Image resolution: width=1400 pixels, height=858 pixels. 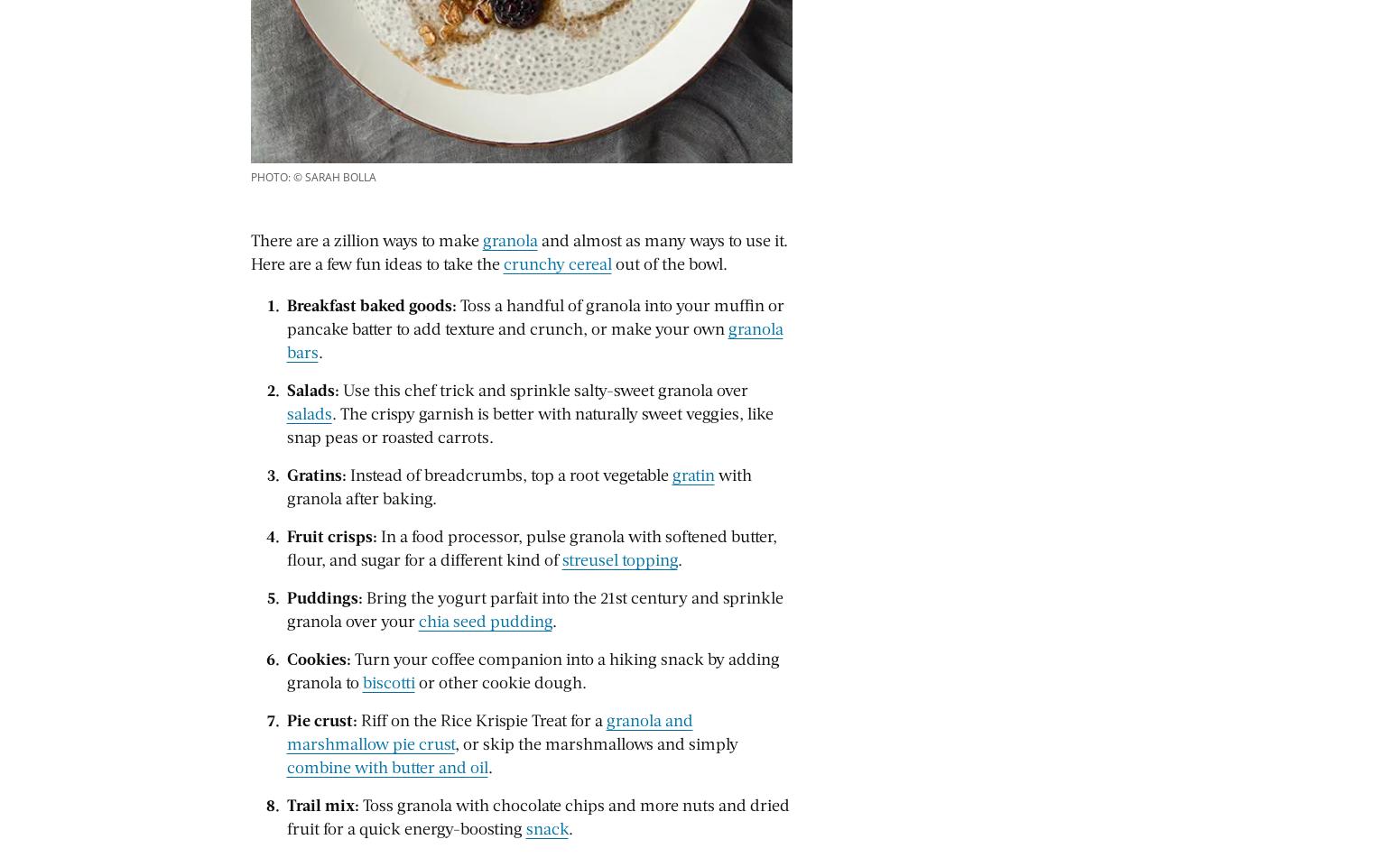 I want to click on 'Use this chef trick and sprinkle salty-sweet granola over', so click(x=342, y=390).